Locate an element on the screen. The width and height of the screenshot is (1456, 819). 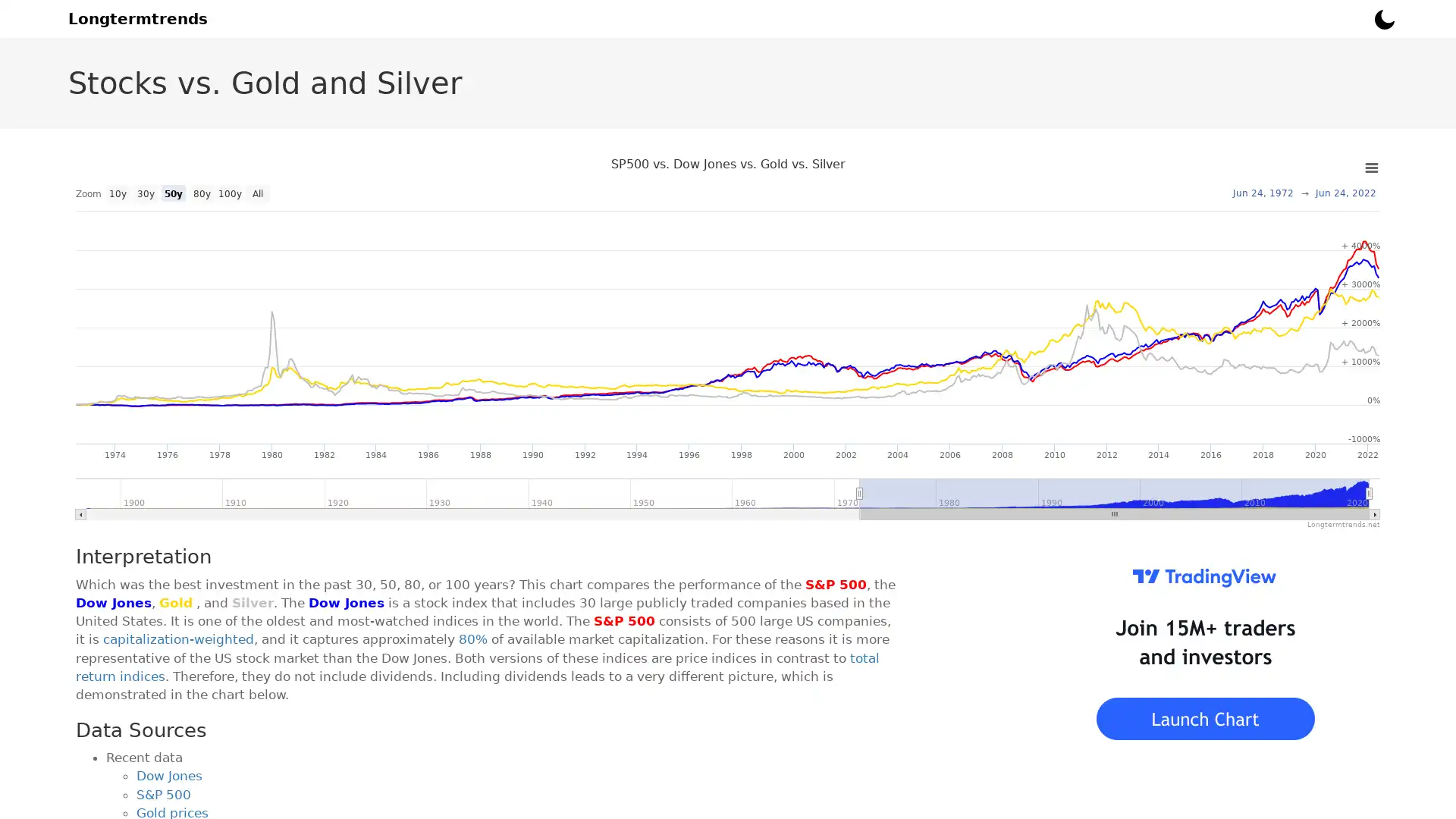
100y is located at coordinates (228, 192).